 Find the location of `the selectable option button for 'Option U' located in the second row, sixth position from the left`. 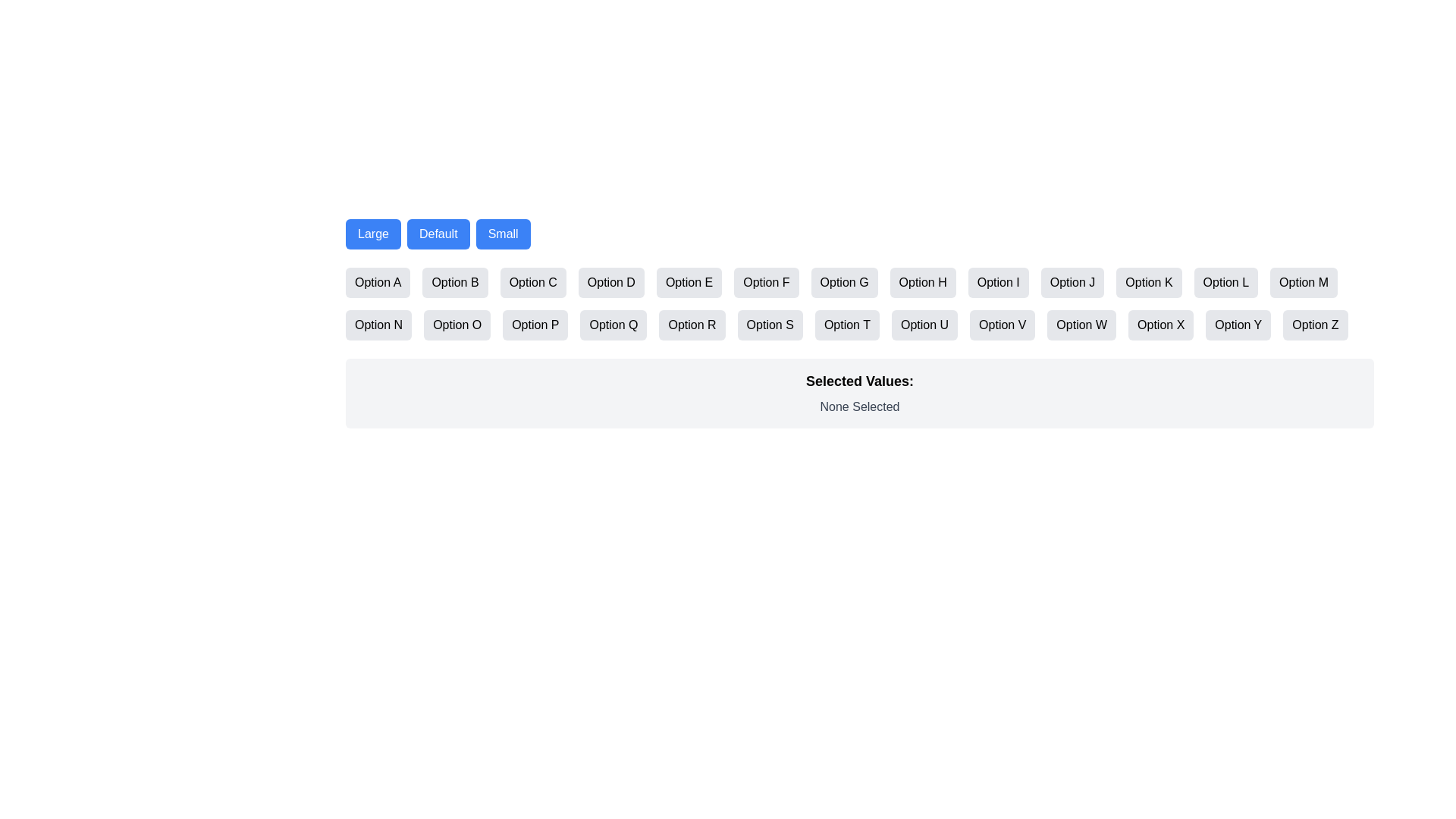

the selectable option button for 'Option U' located in the second row, sixth position from the left is located at coordinates (924, 324).